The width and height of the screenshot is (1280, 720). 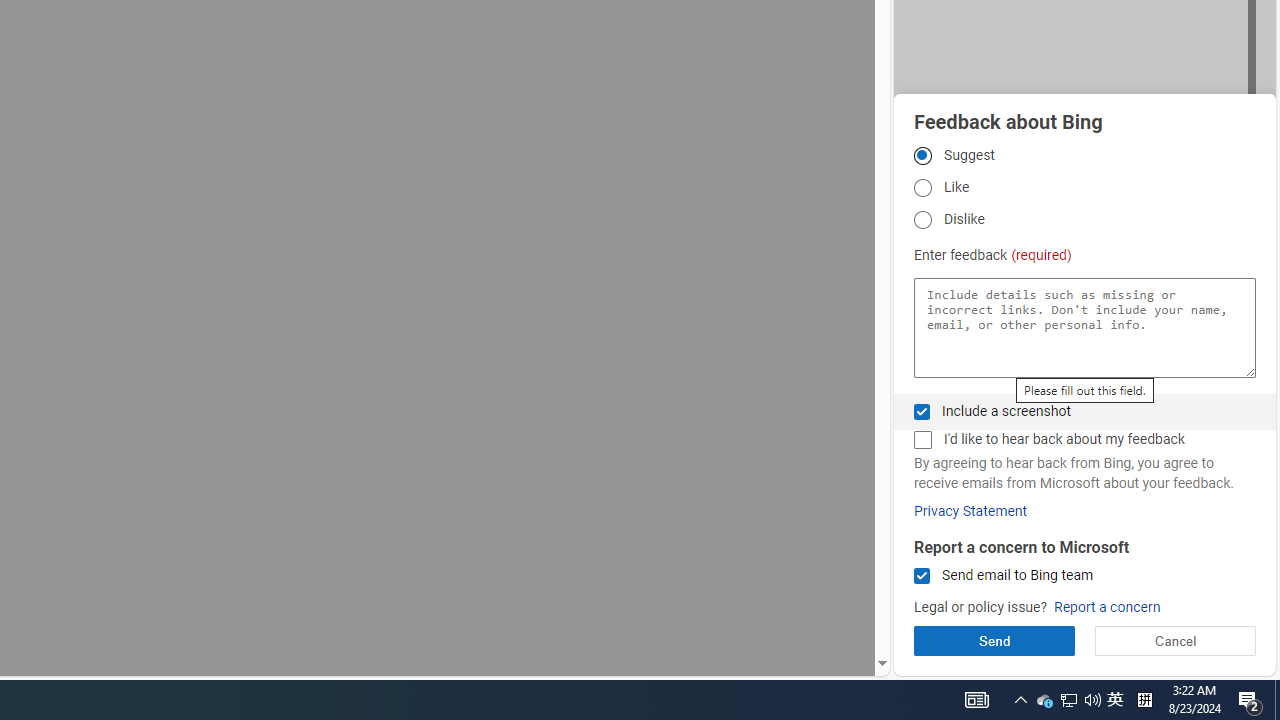 I want to click on 'Send email to Bing team', so click(x=921, y=576).